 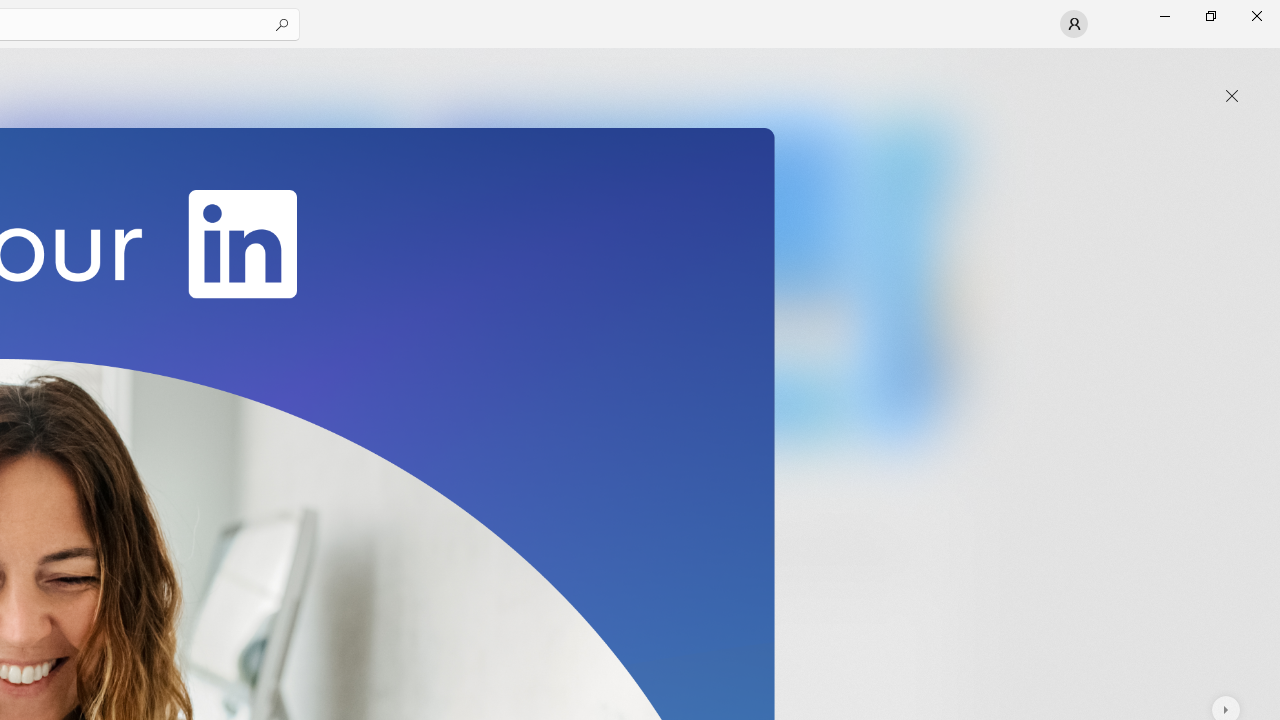 What do you see at coordinates (1209, 15) in the screenshot?
I see `'Restore Microsoft Store'` at bounding box center [1209, 15].